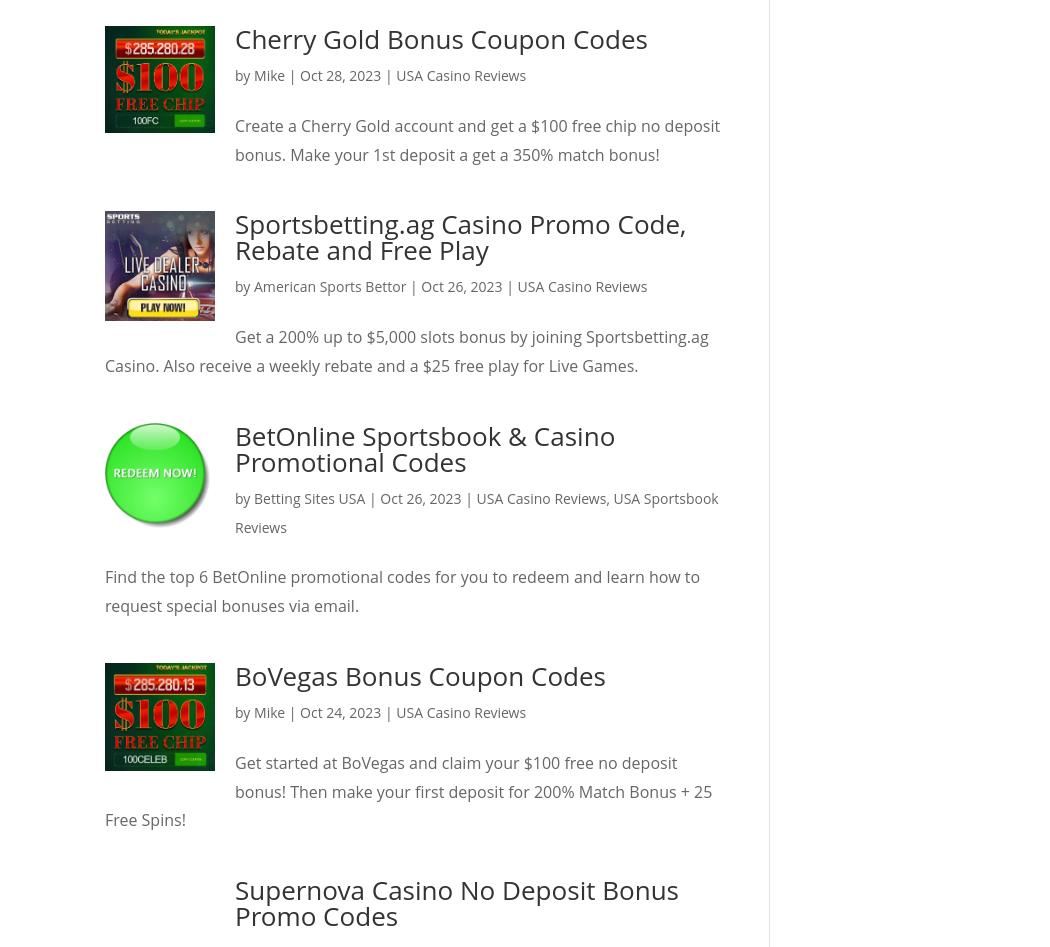 This screenshot has width=1050, height=947. I want to click on 'American Sports Bettor', so click(330, 285).